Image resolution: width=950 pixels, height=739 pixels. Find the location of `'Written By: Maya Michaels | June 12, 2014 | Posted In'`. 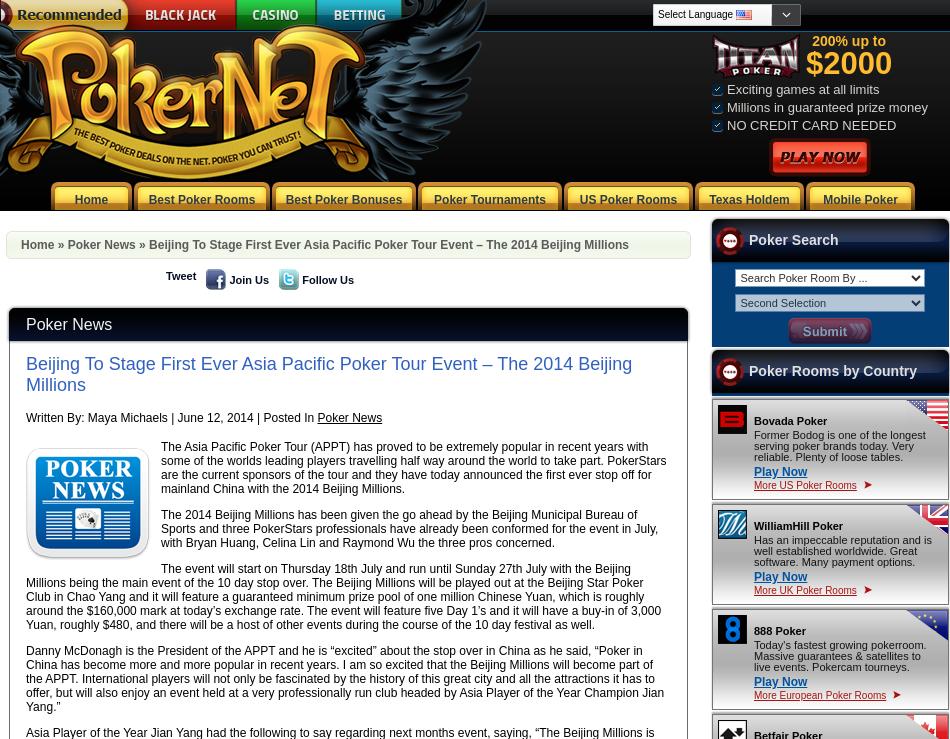

'Written By: Maya Michaels | June 12, 2014 | Posted In' is located at coordinates (171, 416).